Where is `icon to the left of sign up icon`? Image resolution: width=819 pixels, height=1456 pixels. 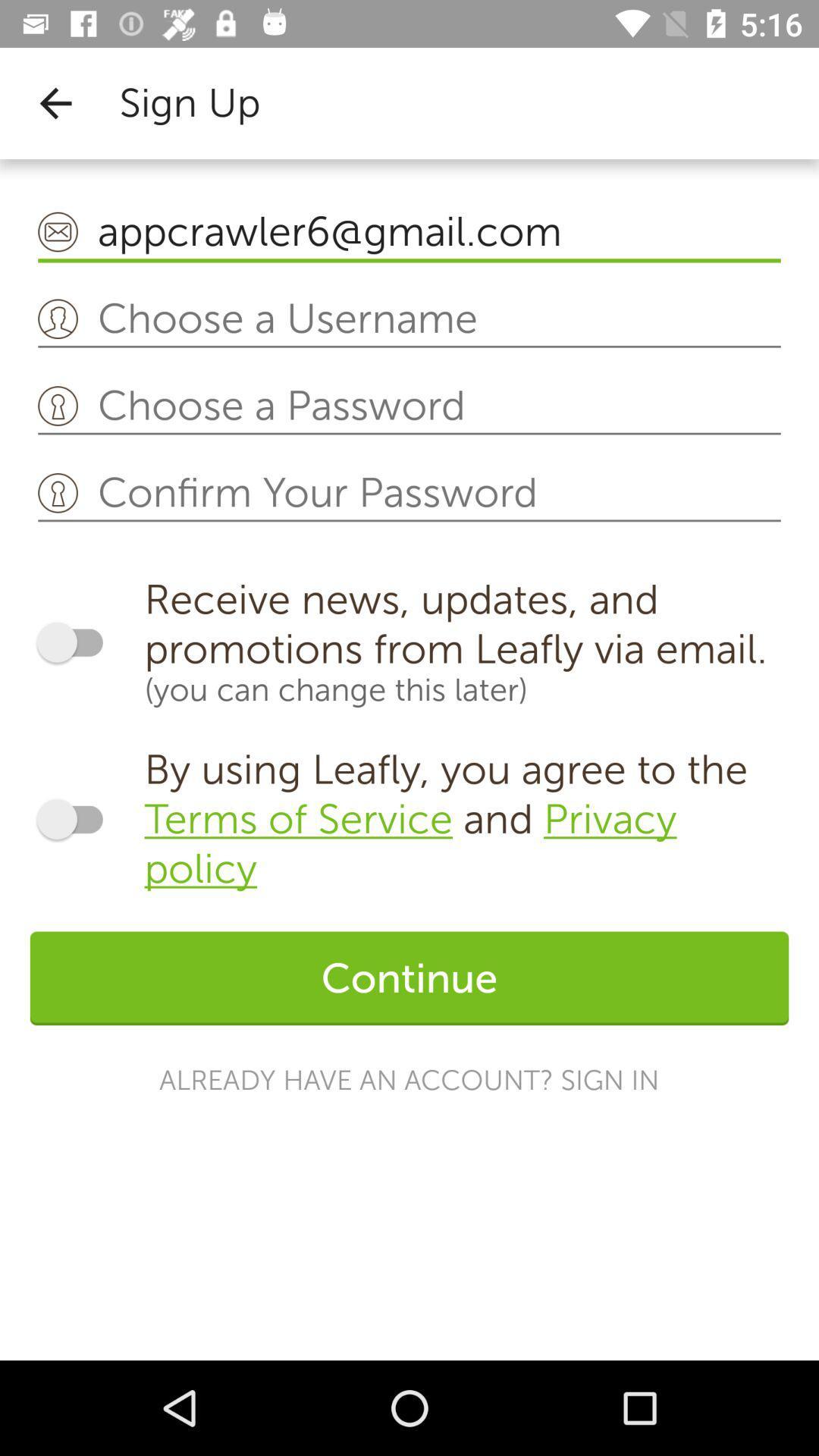
icon to the left of sign up icon is located at coordinates (55, 102).